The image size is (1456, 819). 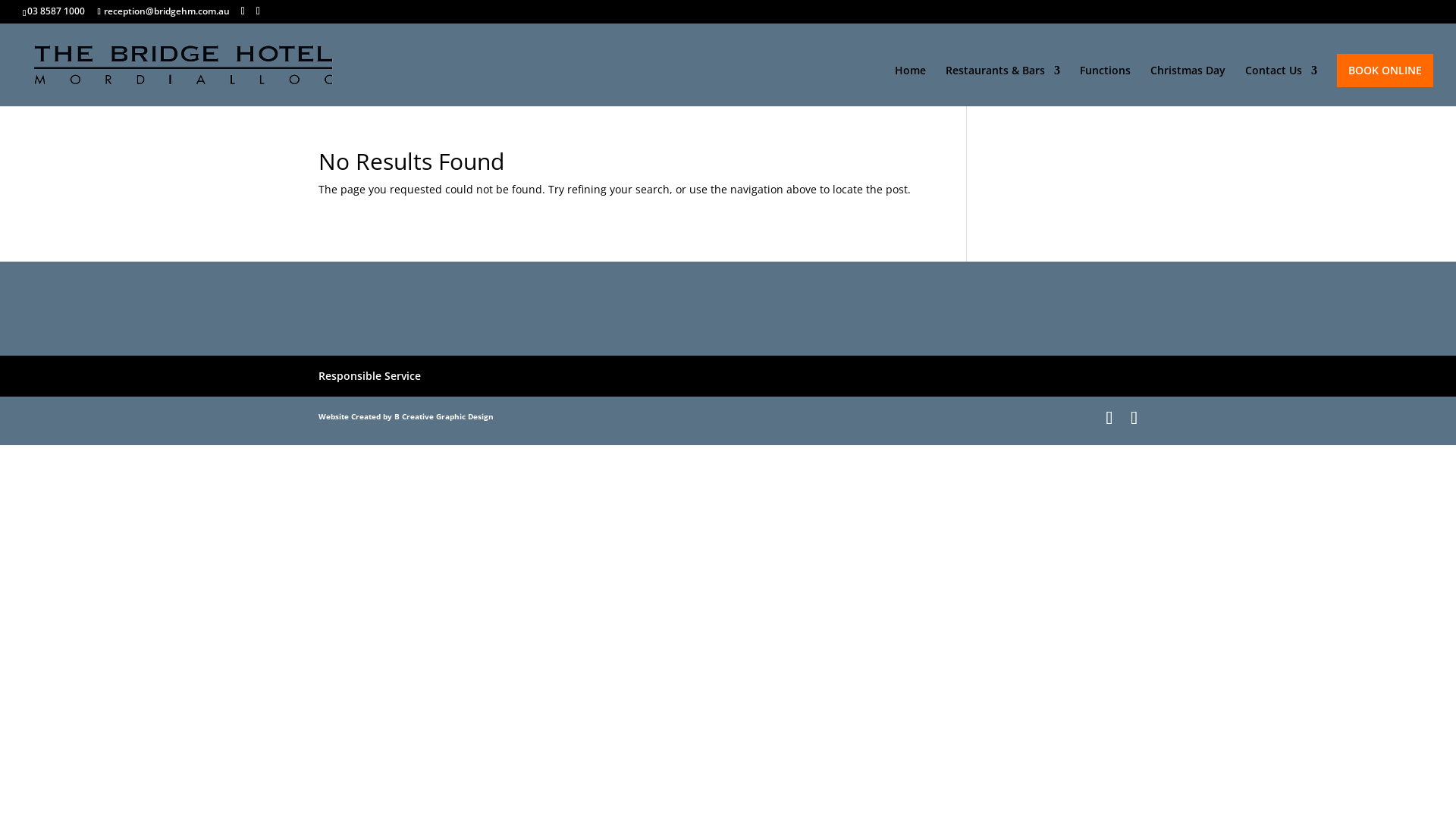 What do you see at coordinates (1280, 85) in the screenshot?
I see `'Contact Us'` at bounding box center [1280, 85].